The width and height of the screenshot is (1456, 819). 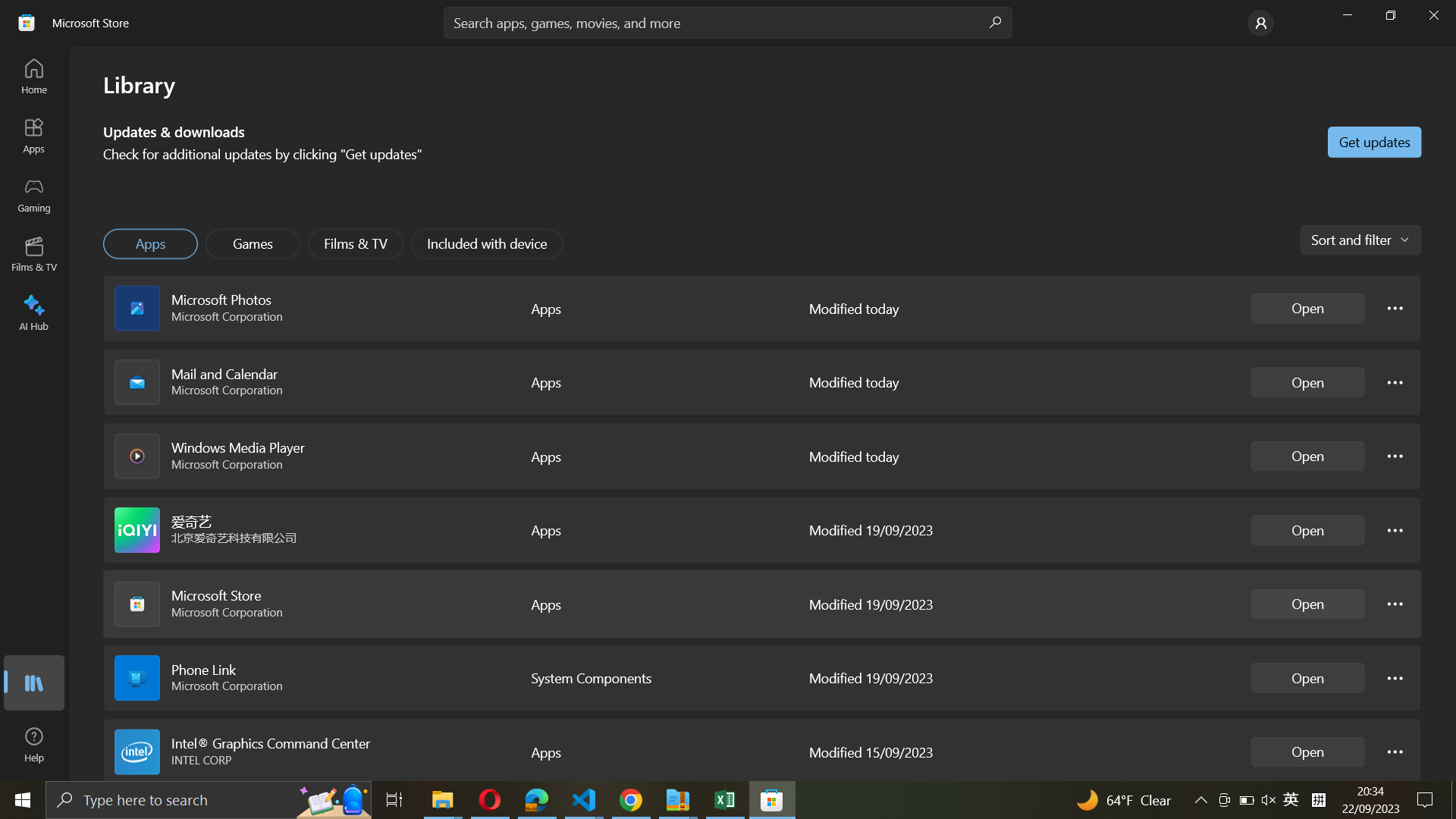 I want to click on Intel Graphics configuration options, so click(x=1395, y=752).